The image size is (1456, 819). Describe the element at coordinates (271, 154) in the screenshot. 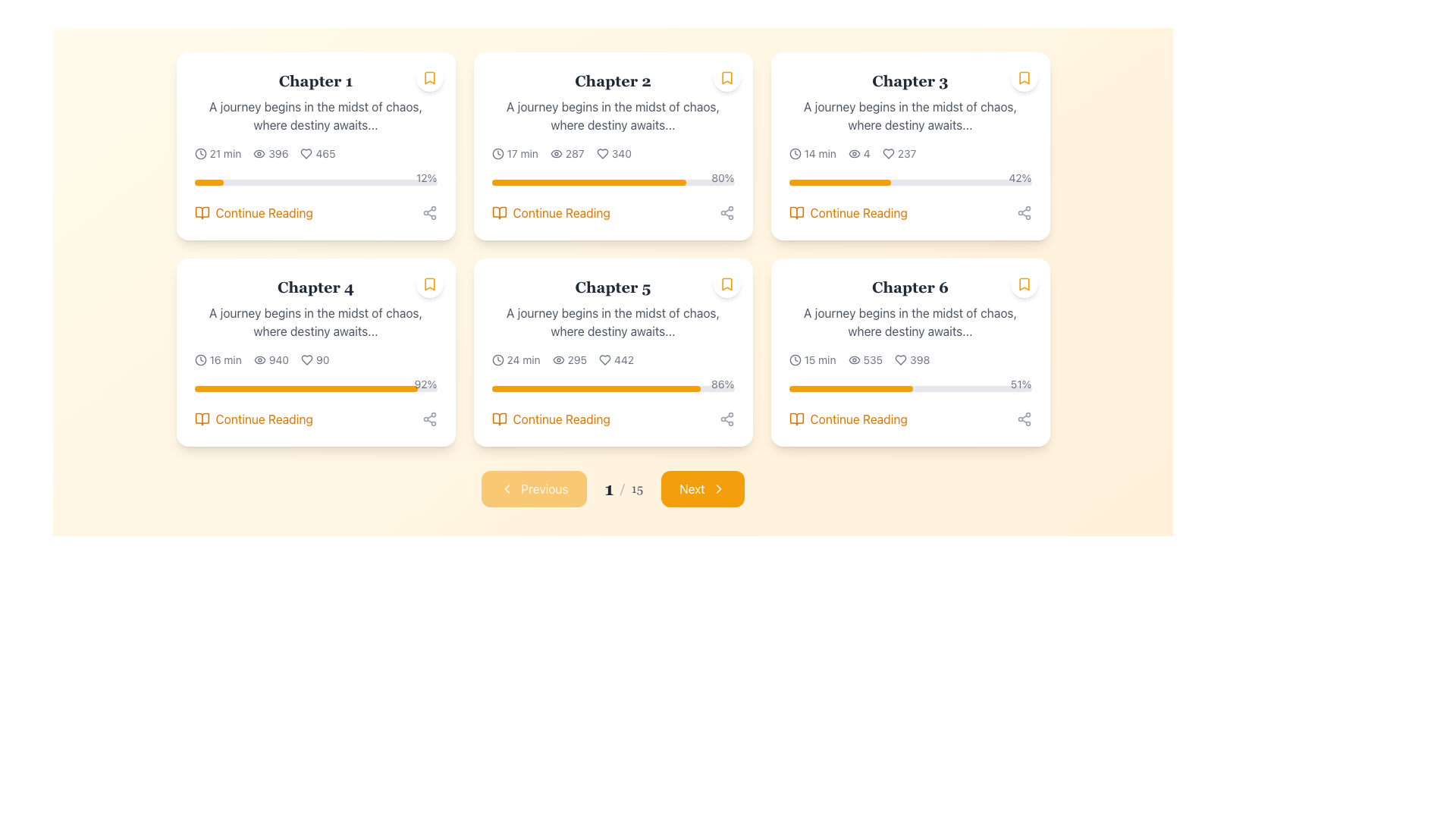

I see `the eye icon followed by the number '396' located in the first card under 'Chapter 1'` at that location.